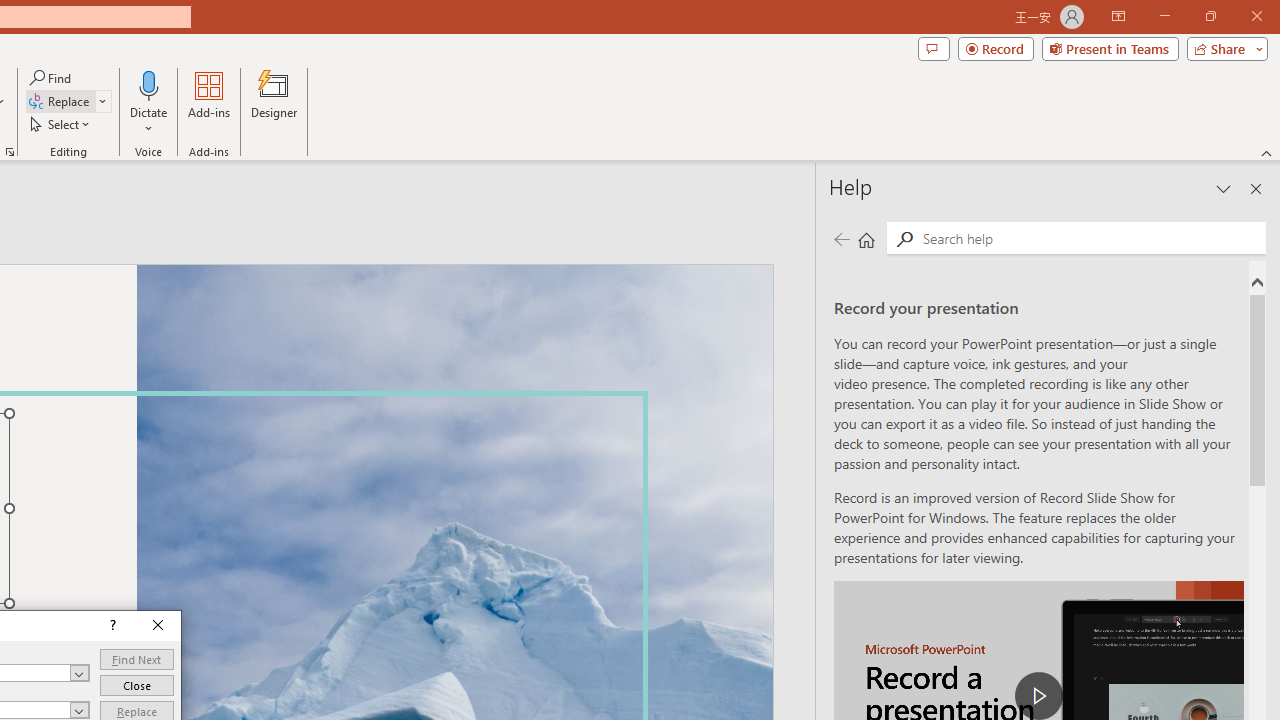  Describe the element at coordinates (841, 238) in the screenshot. I see `'Previous page'` at that location.